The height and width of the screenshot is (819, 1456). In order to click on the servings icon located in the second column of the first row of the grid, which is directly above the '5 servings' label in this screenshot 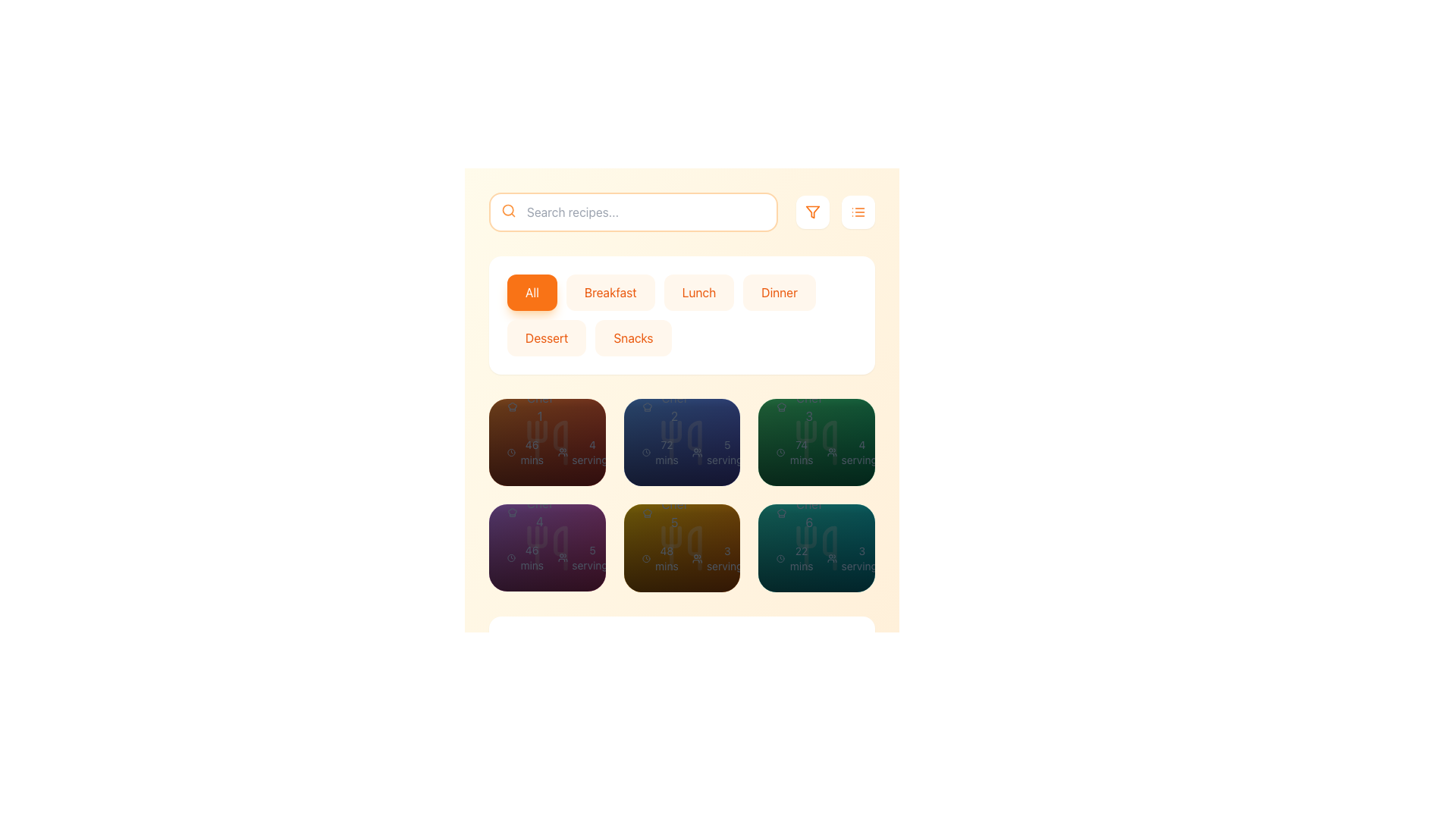, I will do `click(697, 452)`.